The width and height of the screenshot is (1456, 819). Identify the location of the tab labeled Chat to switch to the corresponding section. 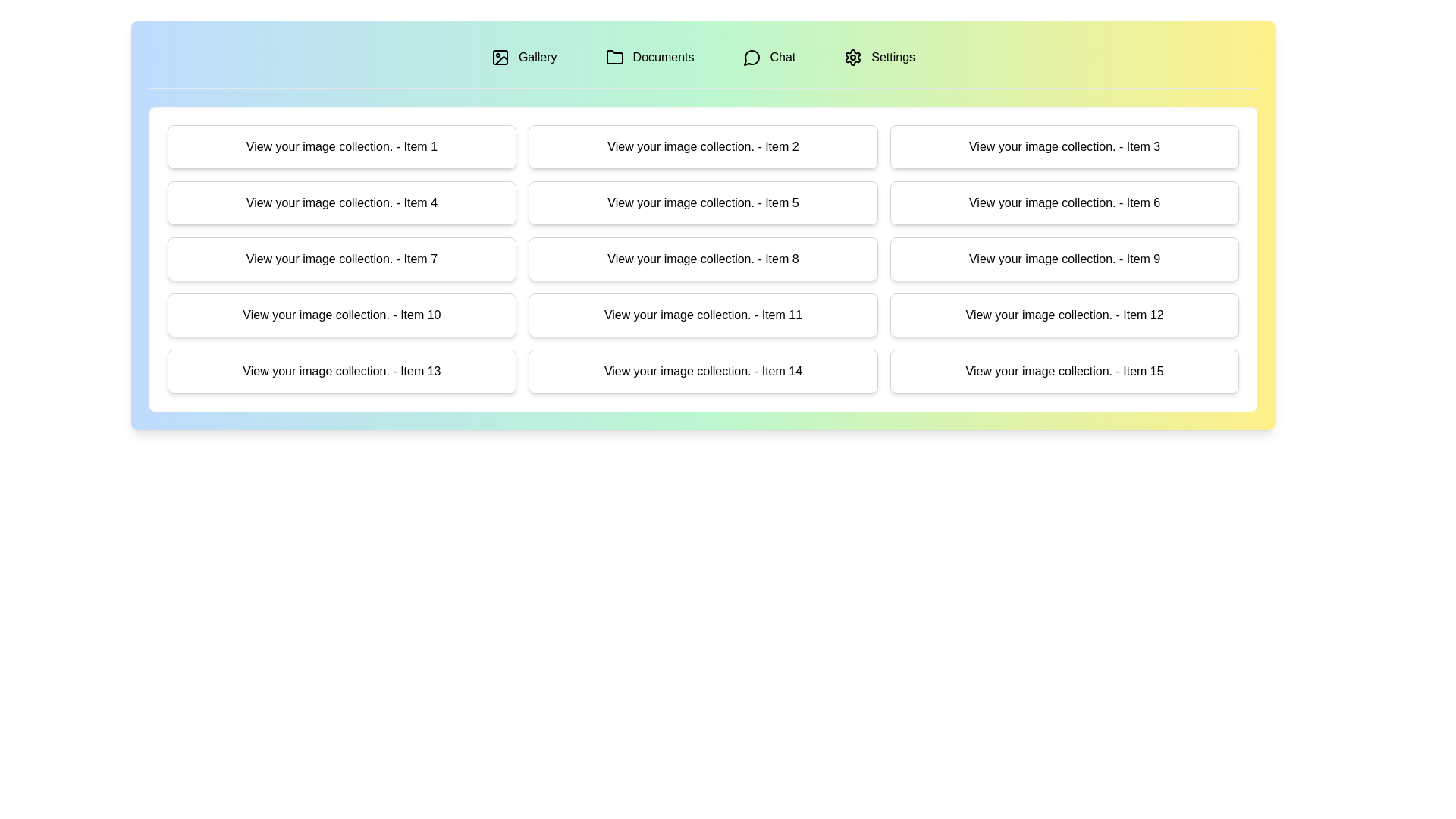
(768, 57).